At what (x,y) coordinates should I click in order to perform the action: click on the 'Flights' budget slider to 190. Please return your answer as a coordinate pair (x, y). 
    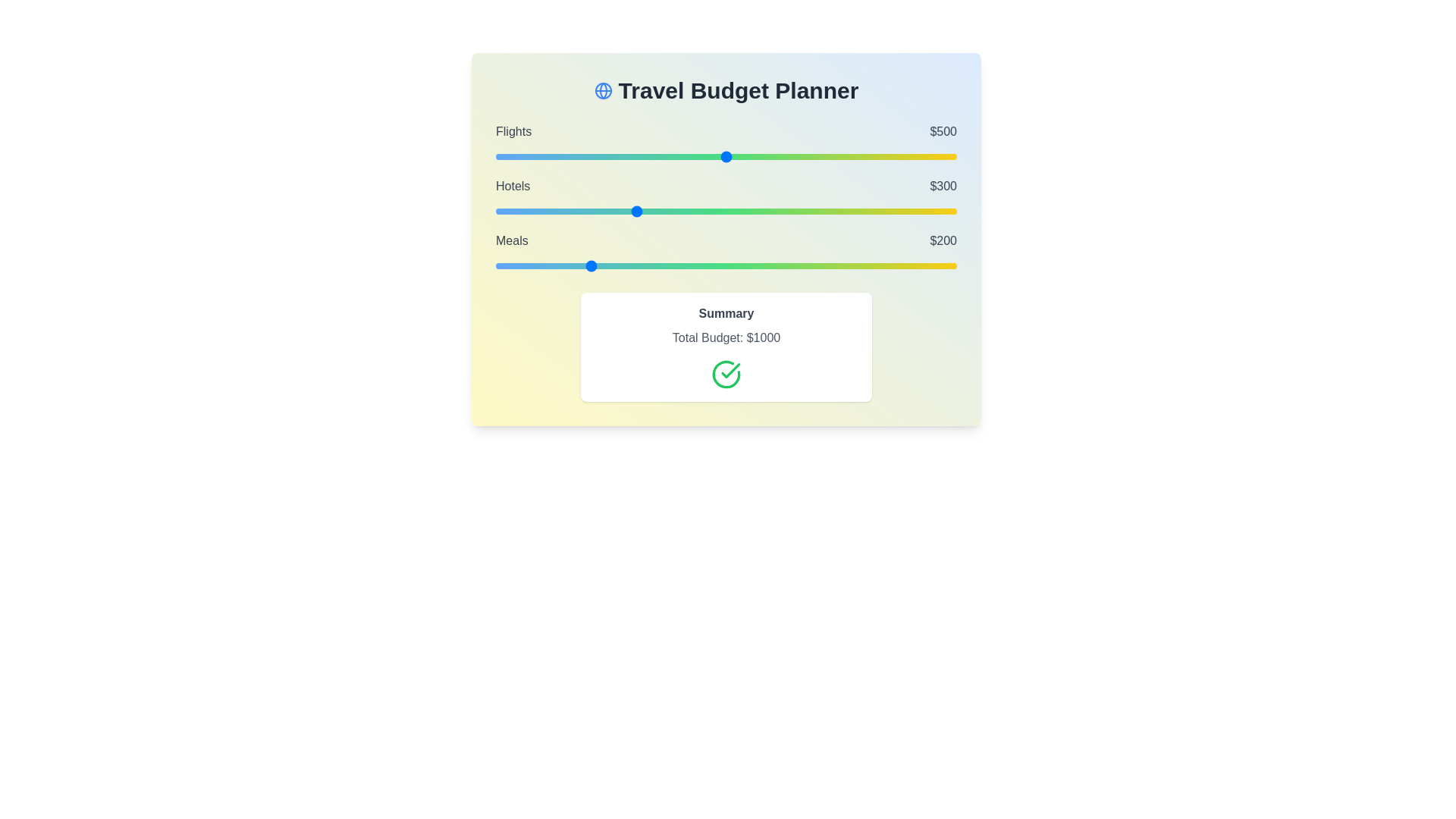
    Looking at the image, I should click on (582, 157).